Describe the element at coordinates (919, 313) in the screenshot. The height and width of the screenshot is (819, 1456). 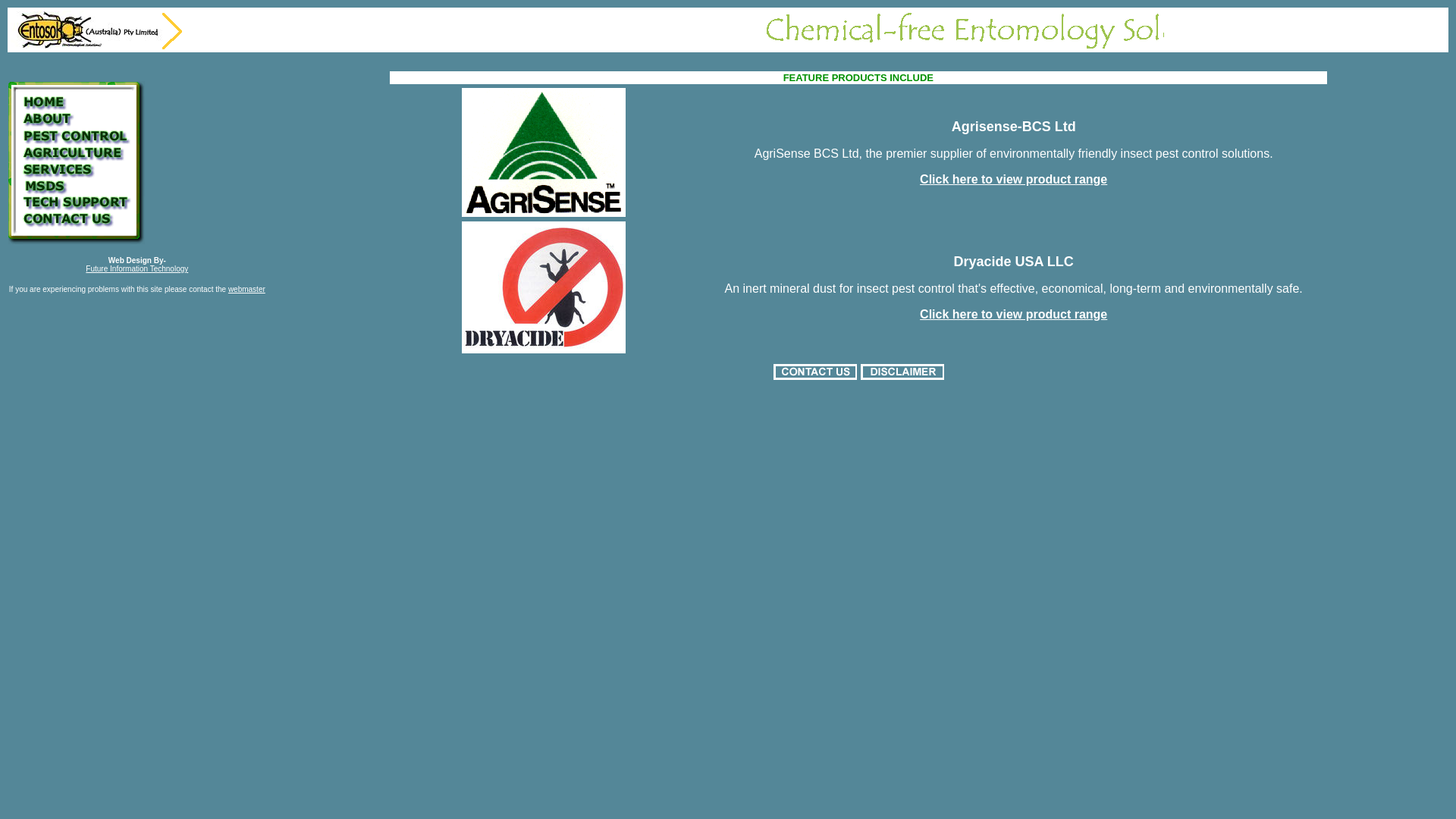
I see `'Click here to view product range'` at that location.